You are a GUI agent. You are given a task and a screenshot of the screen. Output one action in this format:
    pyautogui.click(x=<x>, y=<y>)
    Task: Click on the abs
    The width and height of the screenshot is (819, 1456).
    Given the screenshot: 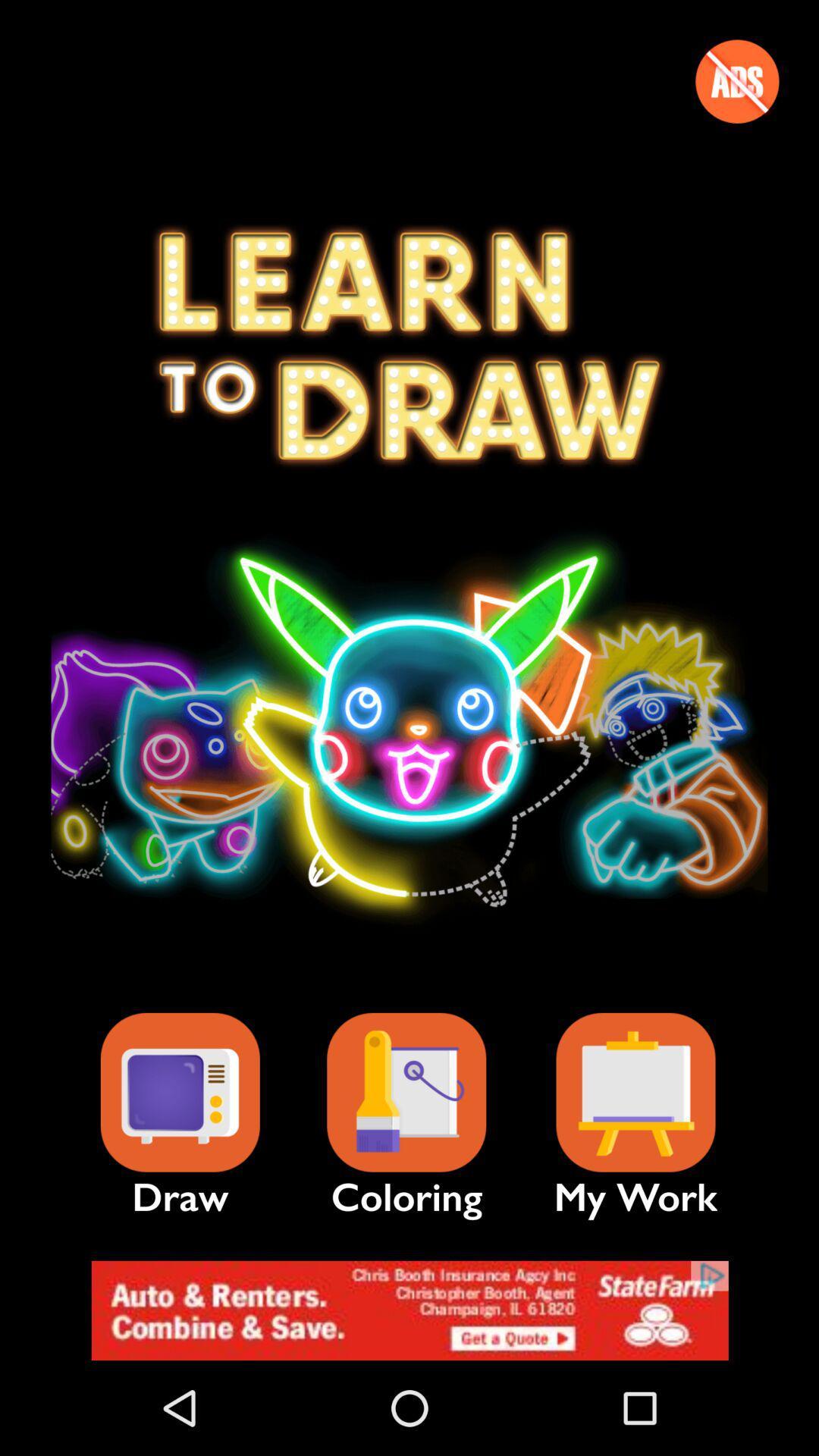 What is the action you would take?
    pyautogui.click(x=736, y=80)
    